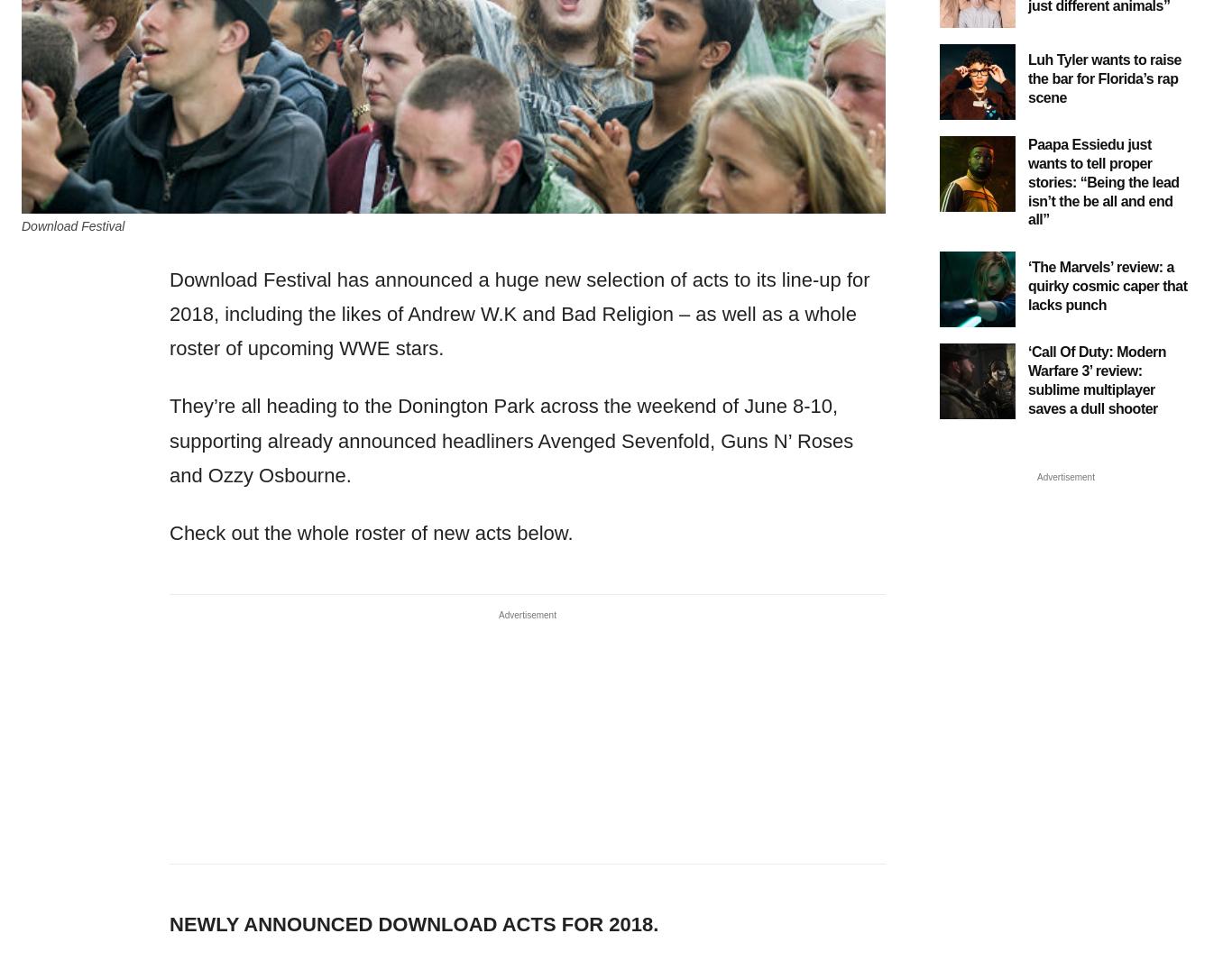 This screenshot has height=961, width=1232. I want to click on 'Download Festival', so click(73, 224).